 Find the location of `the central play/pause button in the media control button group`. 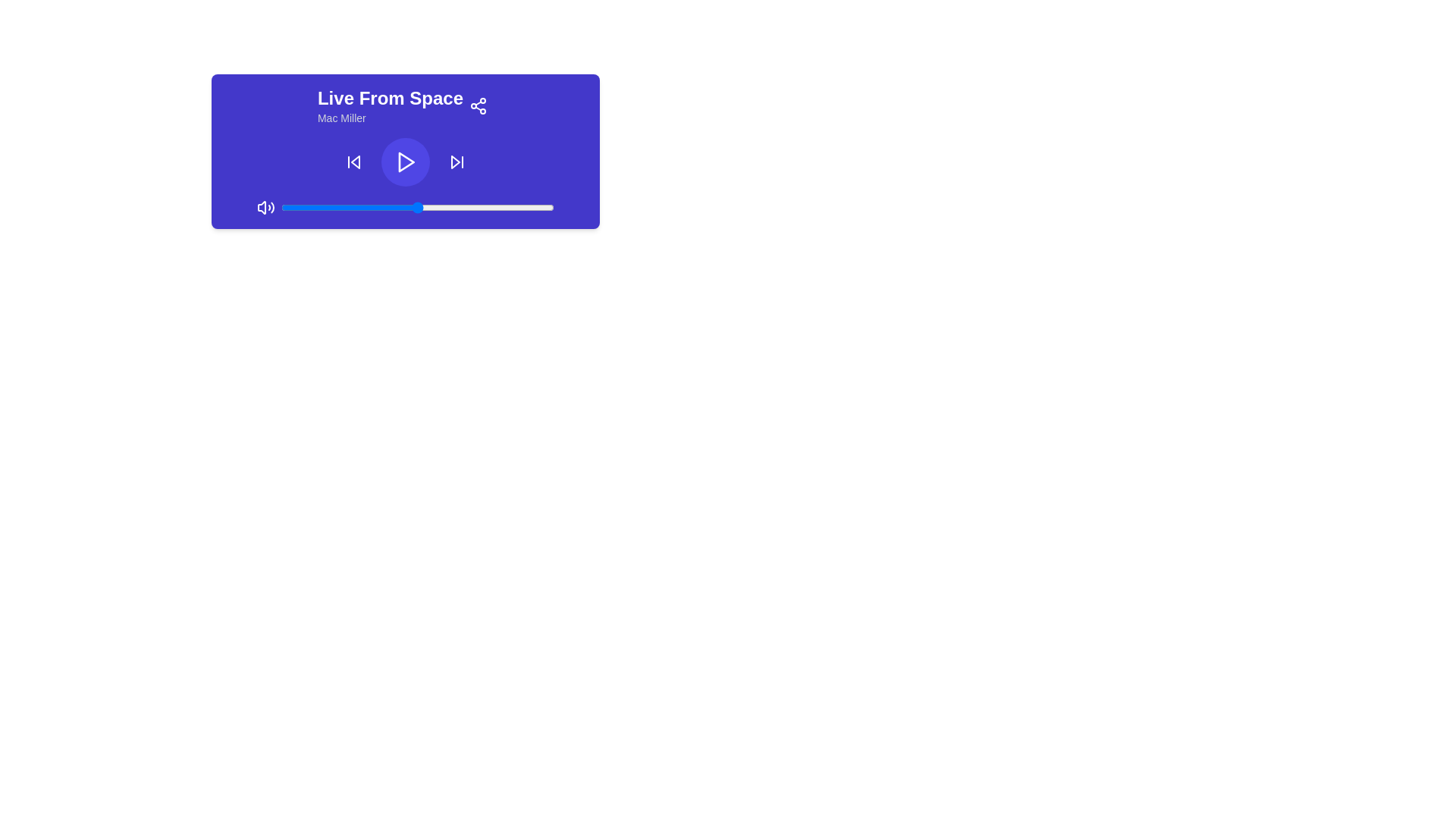

the central play/pause button in the media control button group is located at coordinates (405, 162).